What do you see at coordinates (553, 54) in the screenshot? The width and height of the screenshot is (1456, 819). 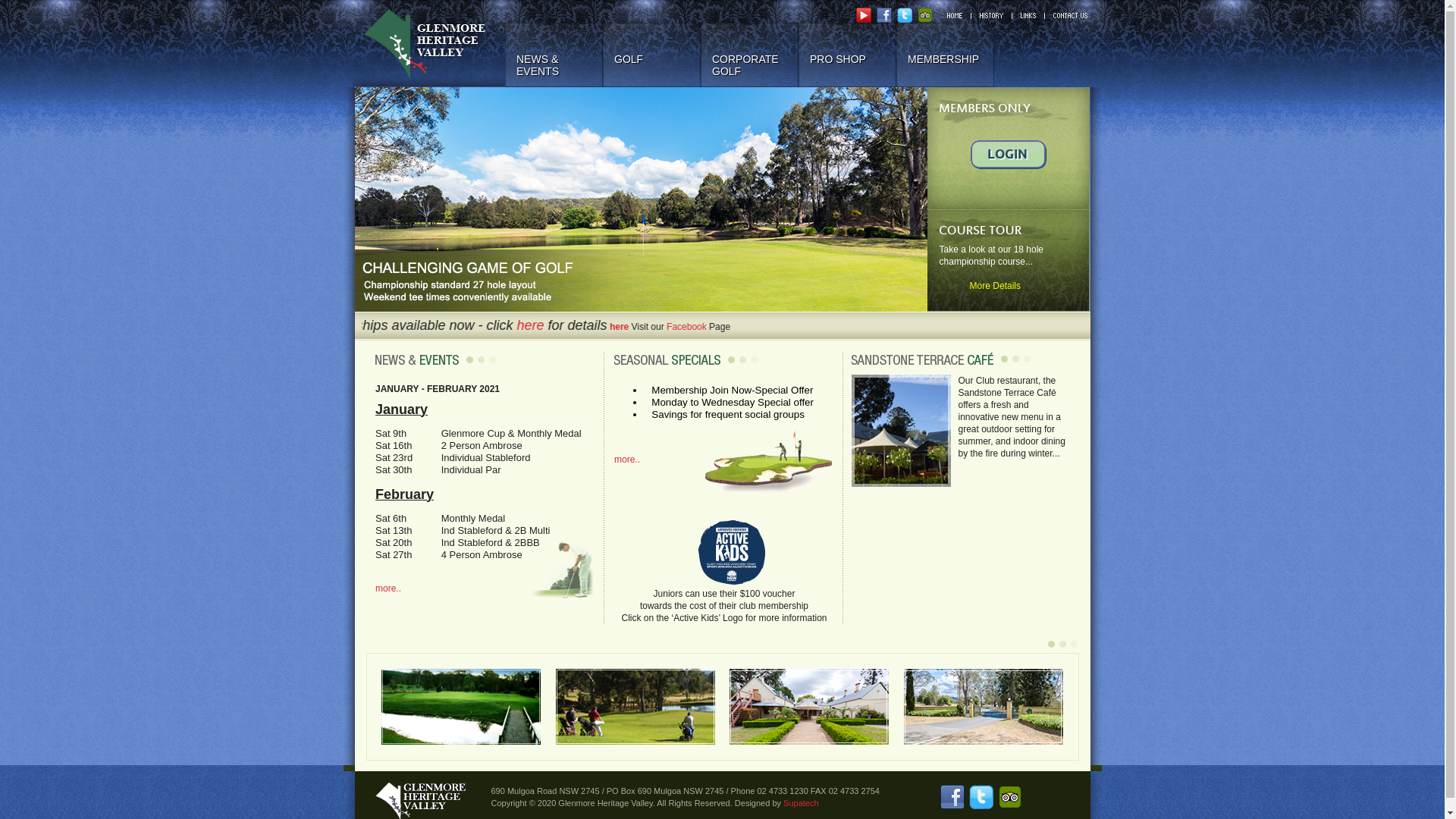 I see `'NEWS & EVENTS'` at bounding box center [553, 54].